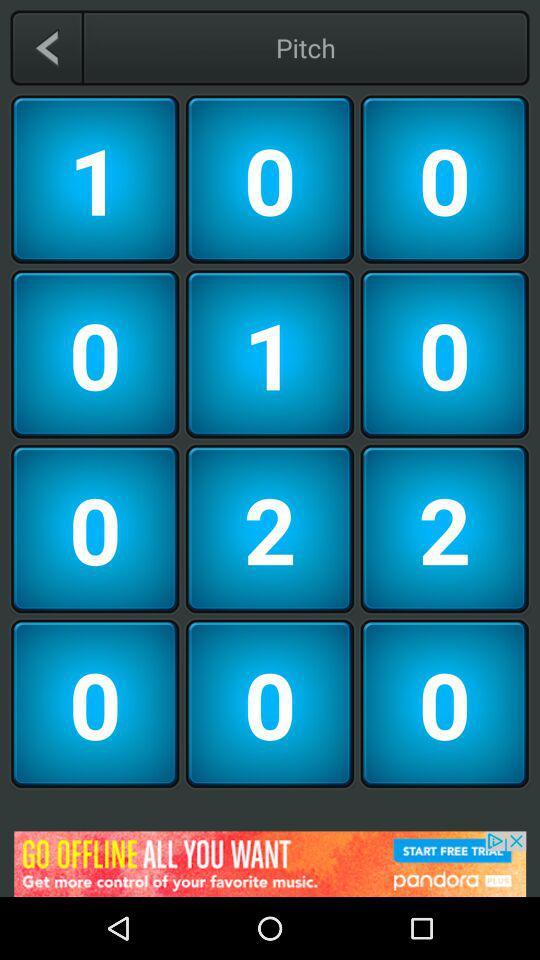  Describe the element at coordinates (270, 863) in the screenshot. I see `goes to an advertisement` at that location.